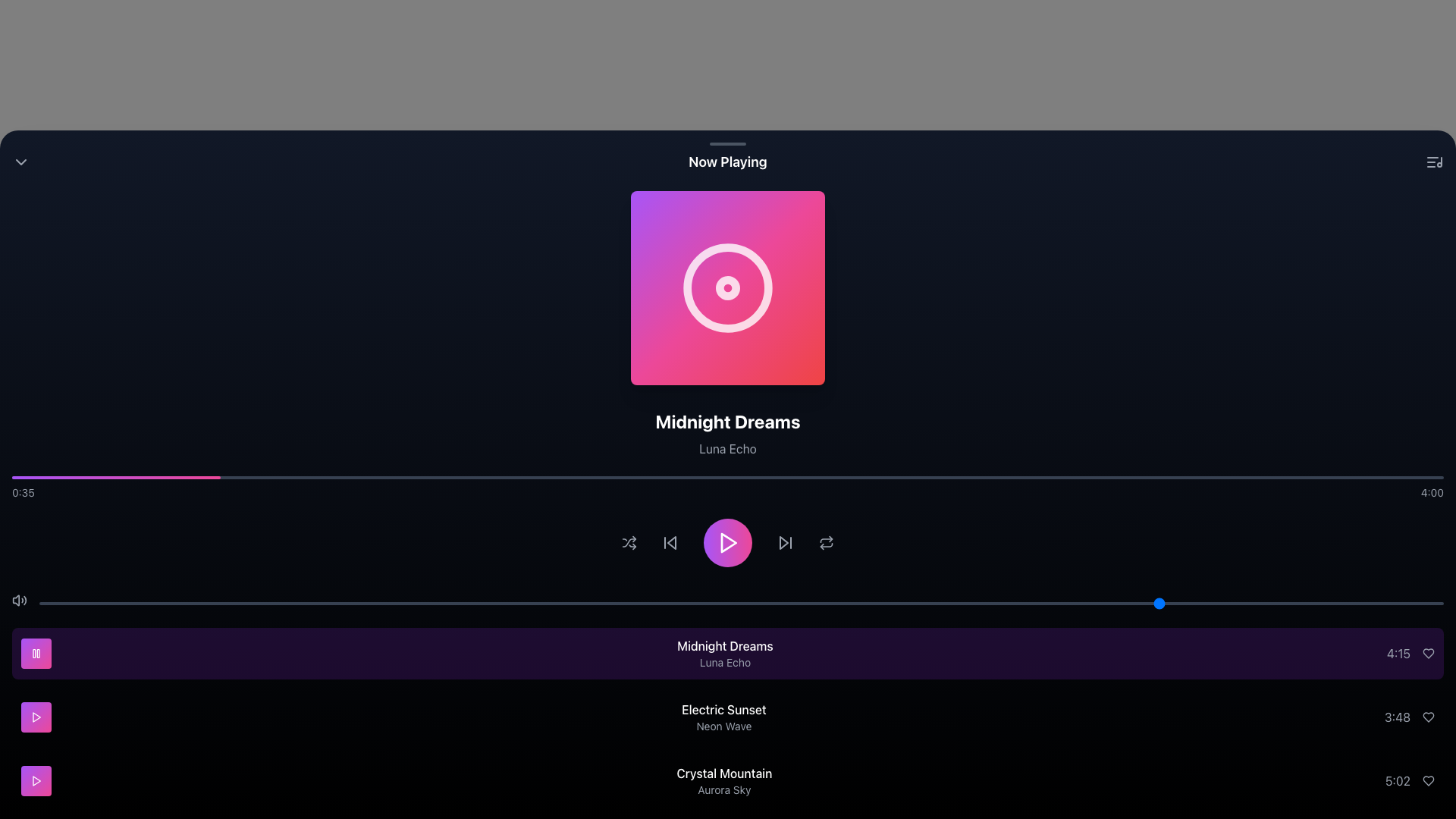  I want to click on the slider value, so click(1288, 602).